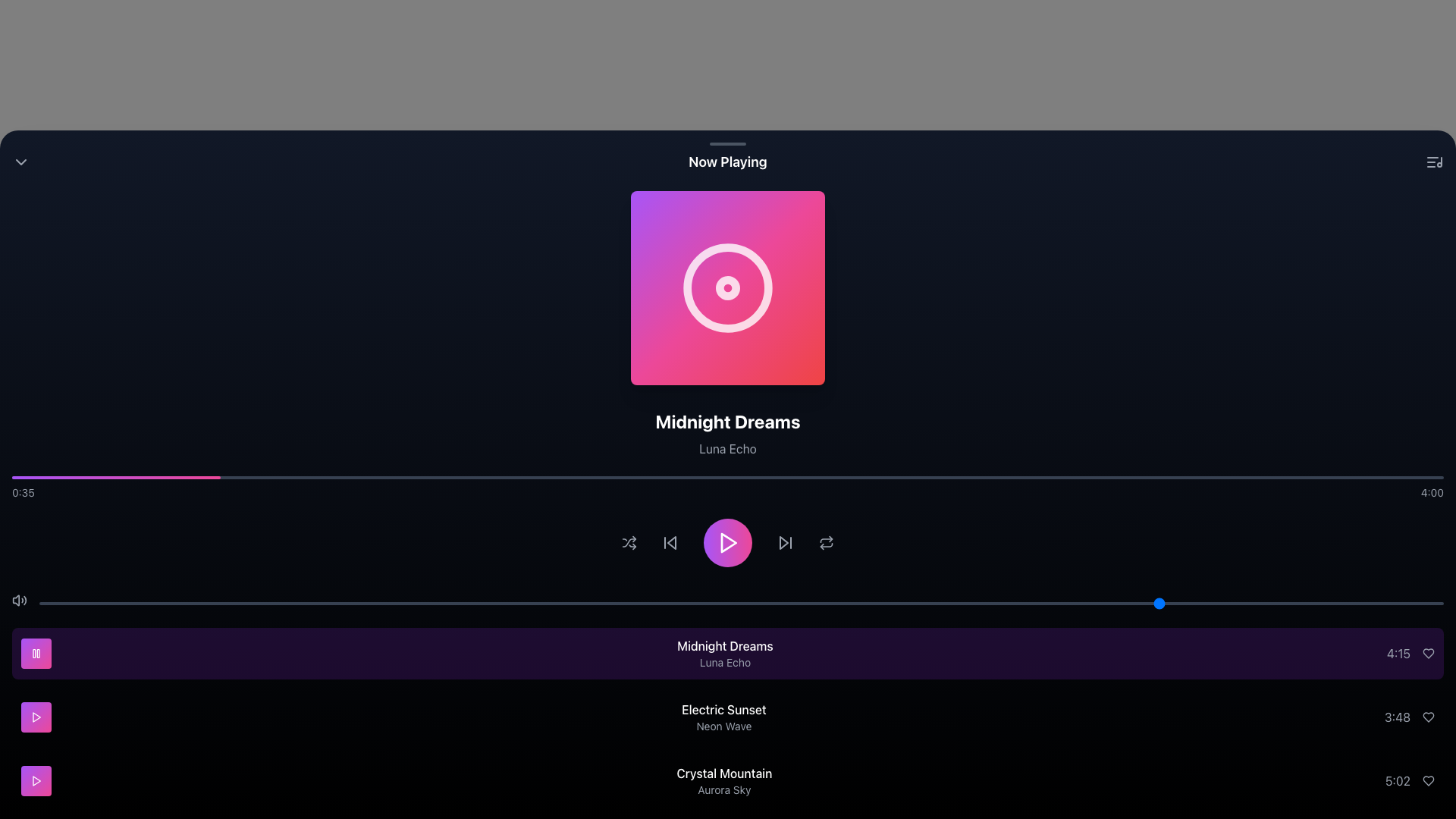  I want to click on the slider value, so click(1288, 602).